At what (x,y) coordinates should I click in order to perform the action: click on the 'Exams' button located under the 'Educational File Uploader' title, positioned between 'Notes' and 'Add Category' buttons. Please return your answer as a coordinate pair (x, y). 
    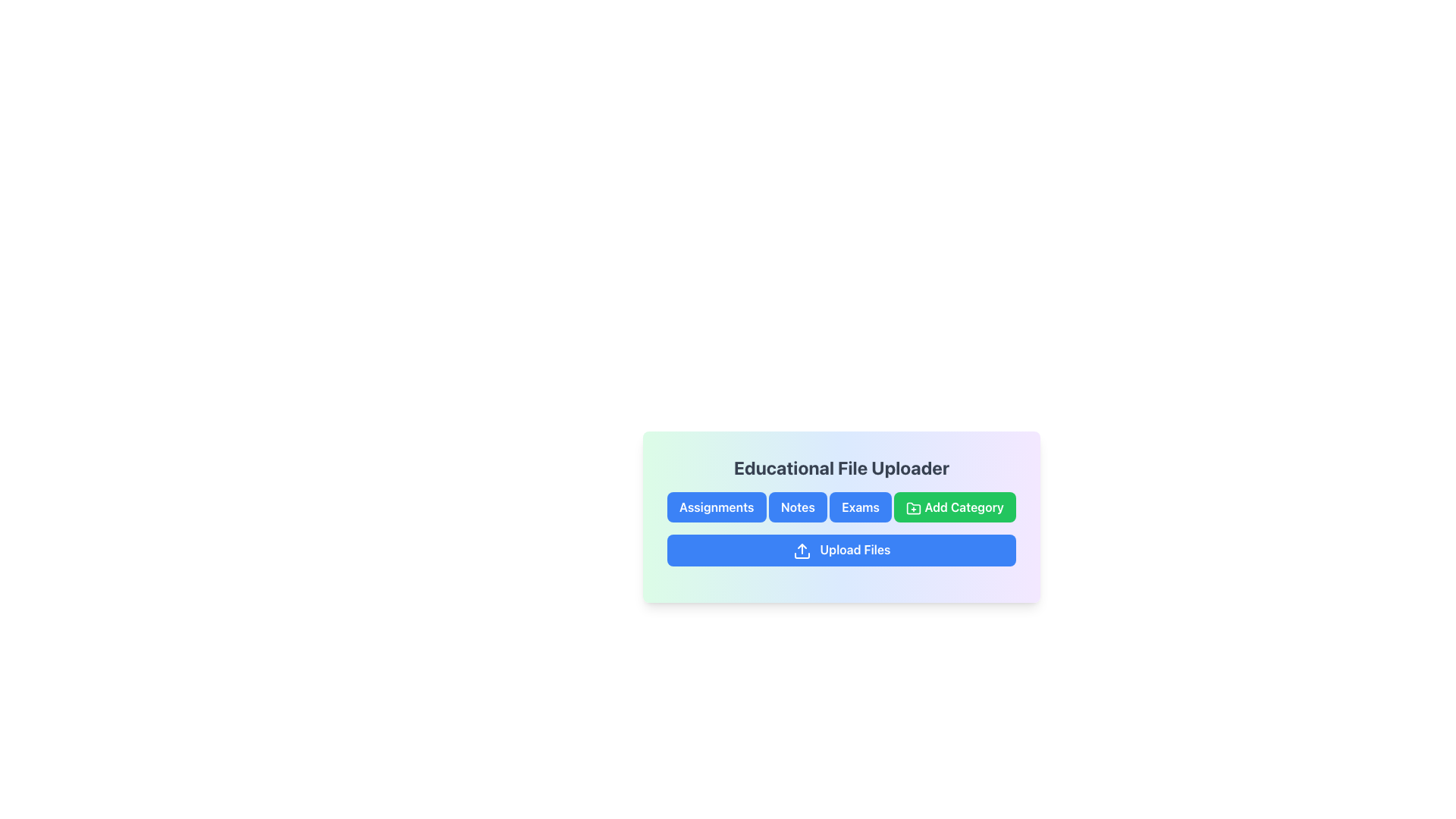
    Looking at the image, I should click on (840, 507).